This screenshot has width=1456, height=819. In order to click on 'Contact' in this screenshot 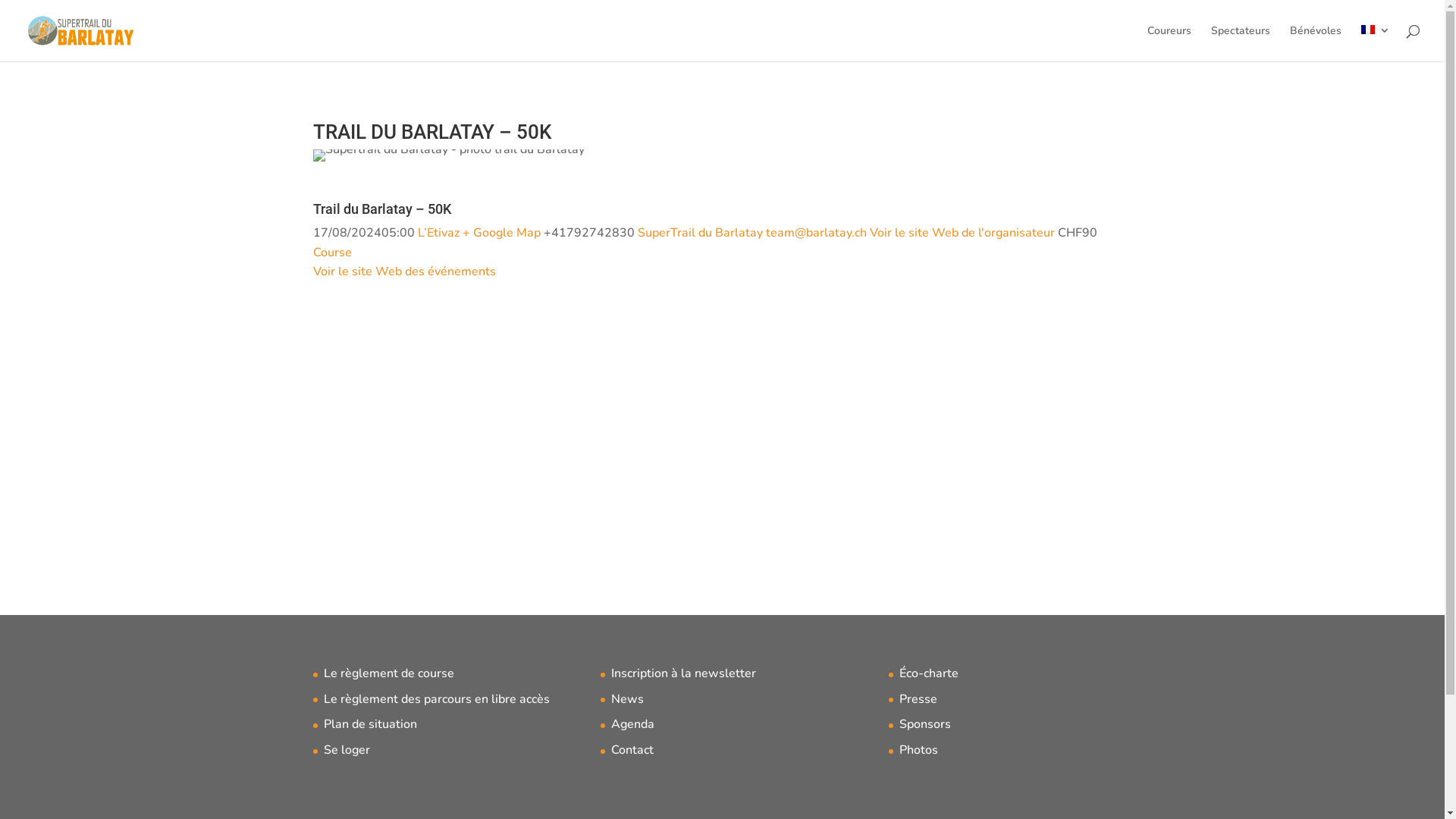, I will do `click(632, 748)`.